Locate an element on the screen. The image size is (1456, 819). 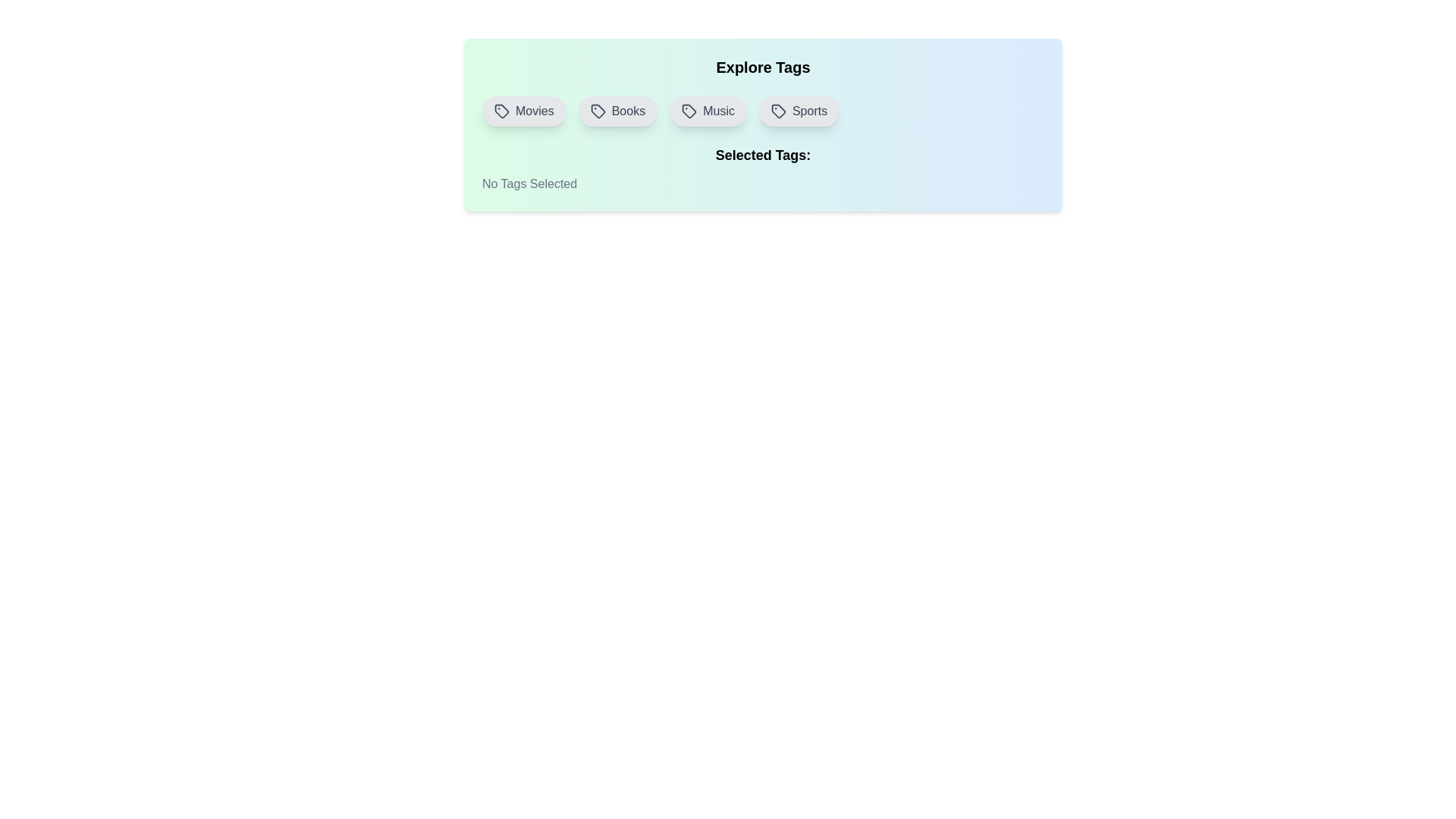
the static text element that serves as a title or heading for the section related to exploring tags is located at coordinates (763, 66).